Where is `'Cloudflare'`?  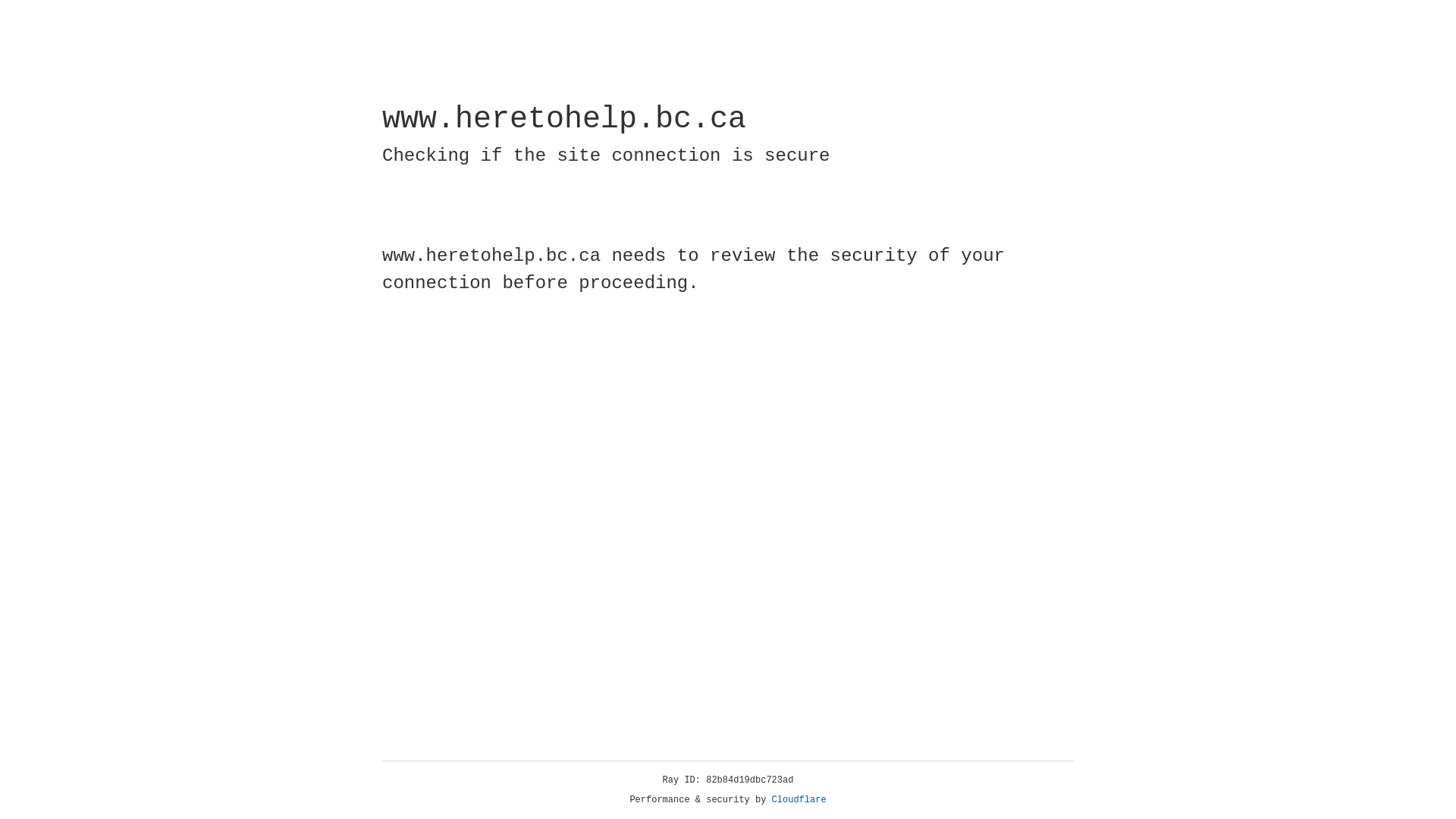
'Cloudflare' is located at coordinates (799, 799).